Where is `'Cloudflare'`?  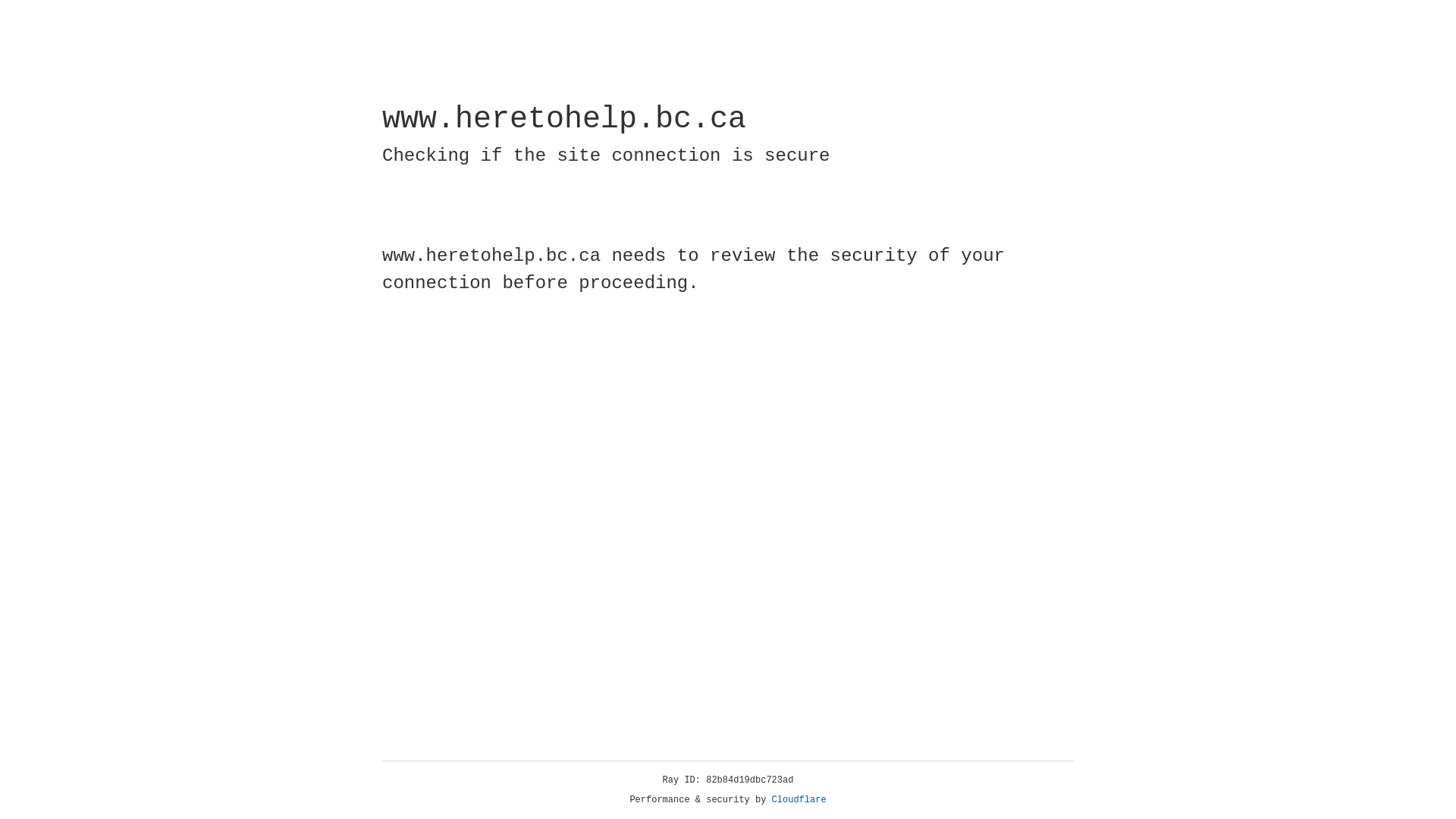
'Cloudflare' is located at coordinates (799, 799).